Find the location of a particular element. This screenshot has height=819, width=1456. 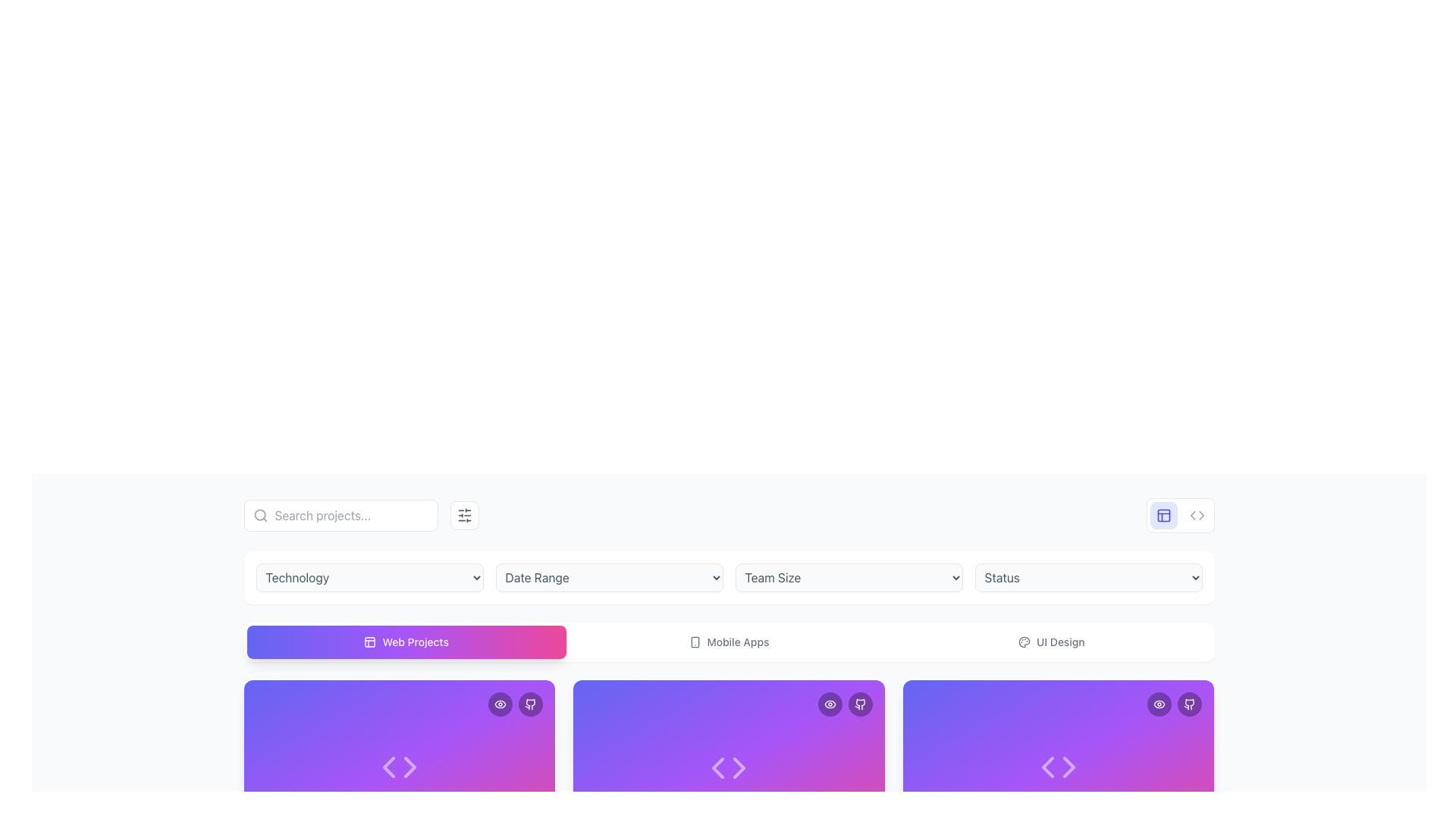

the eye-shaped icon button located at the top-right corner of the card element is located at coordinates (500, 704).